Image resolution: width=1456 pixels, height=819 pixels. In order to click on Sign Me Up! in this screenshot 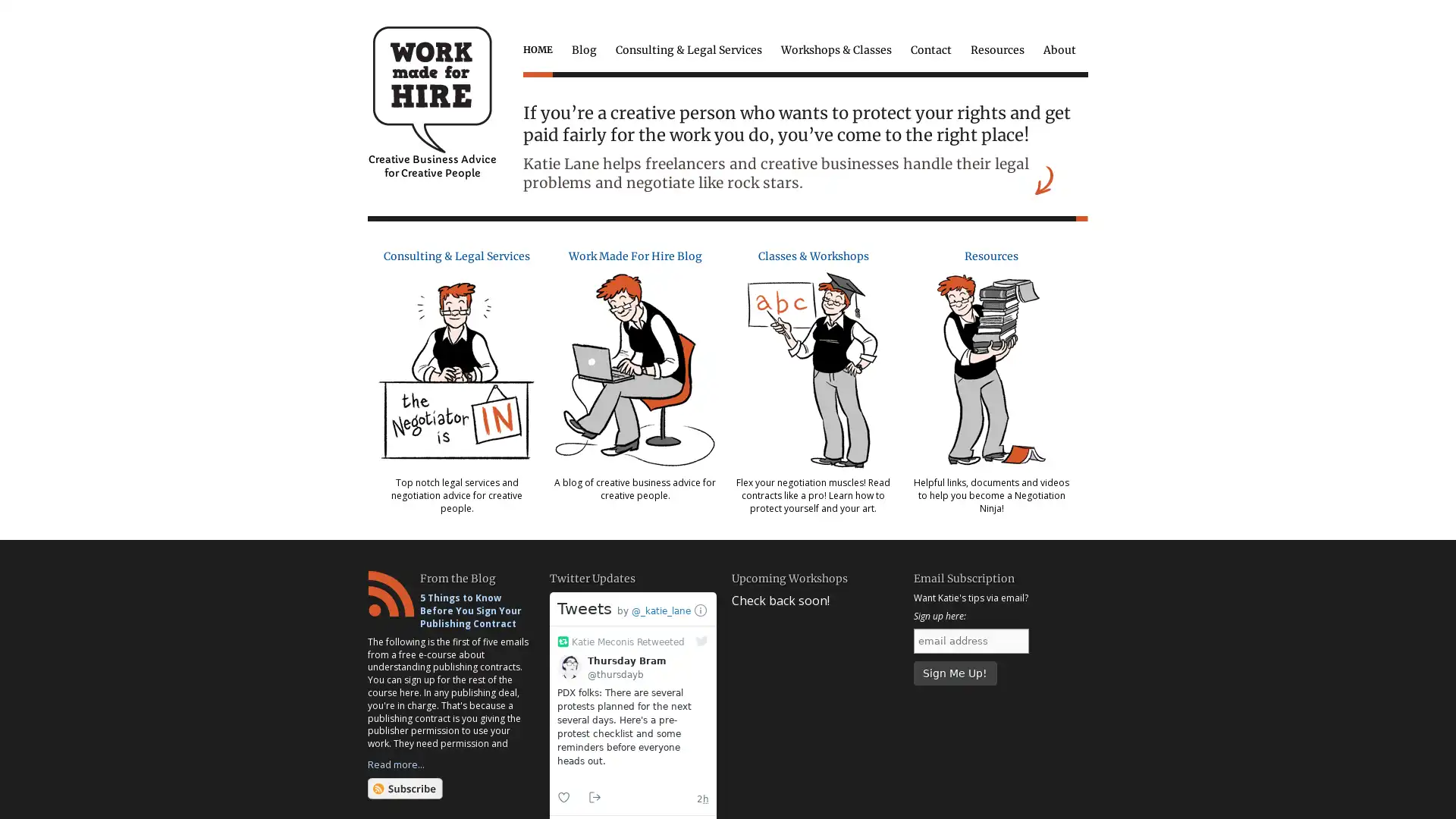, I will do `click(953, 672)`.